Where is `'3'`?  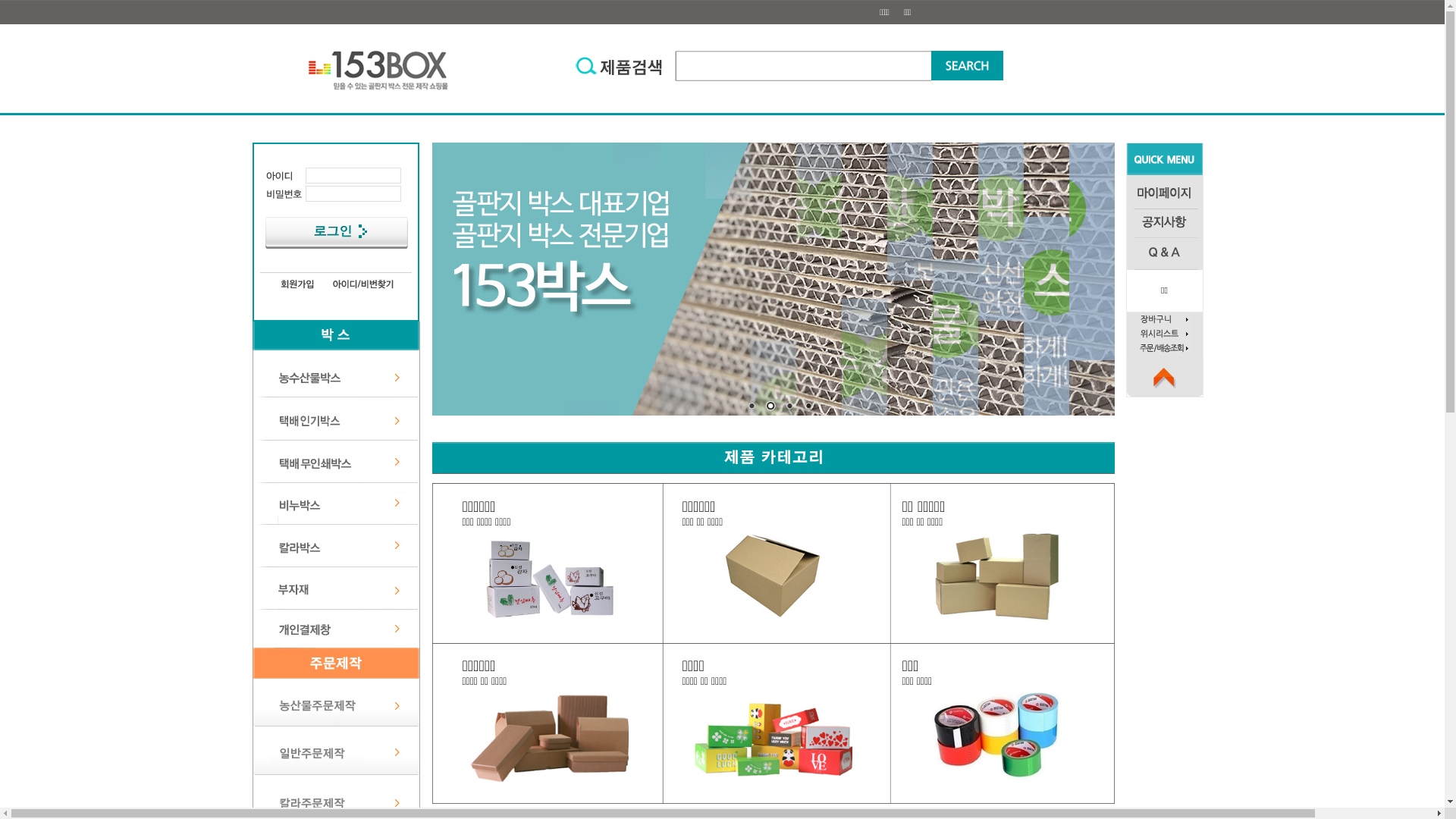
'3' is located at coordinates (789, 406).